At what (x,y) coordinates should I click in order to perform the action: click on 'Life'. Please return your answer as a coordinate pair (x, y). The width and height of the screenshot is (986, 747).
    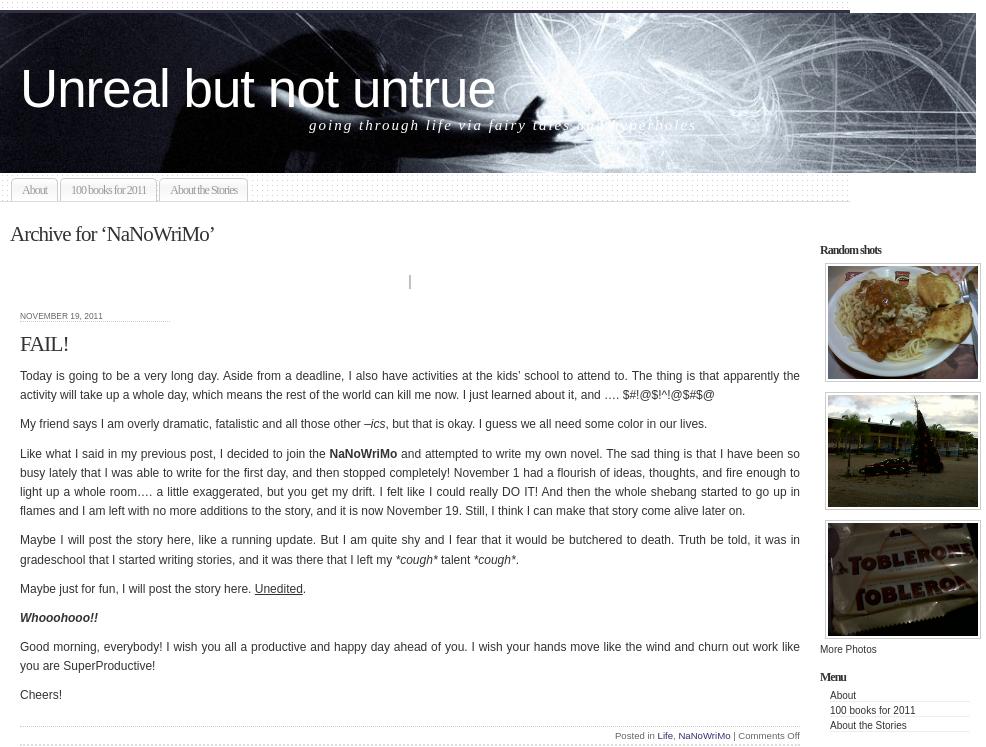
    Looking at the image, I should click on (663, 733).